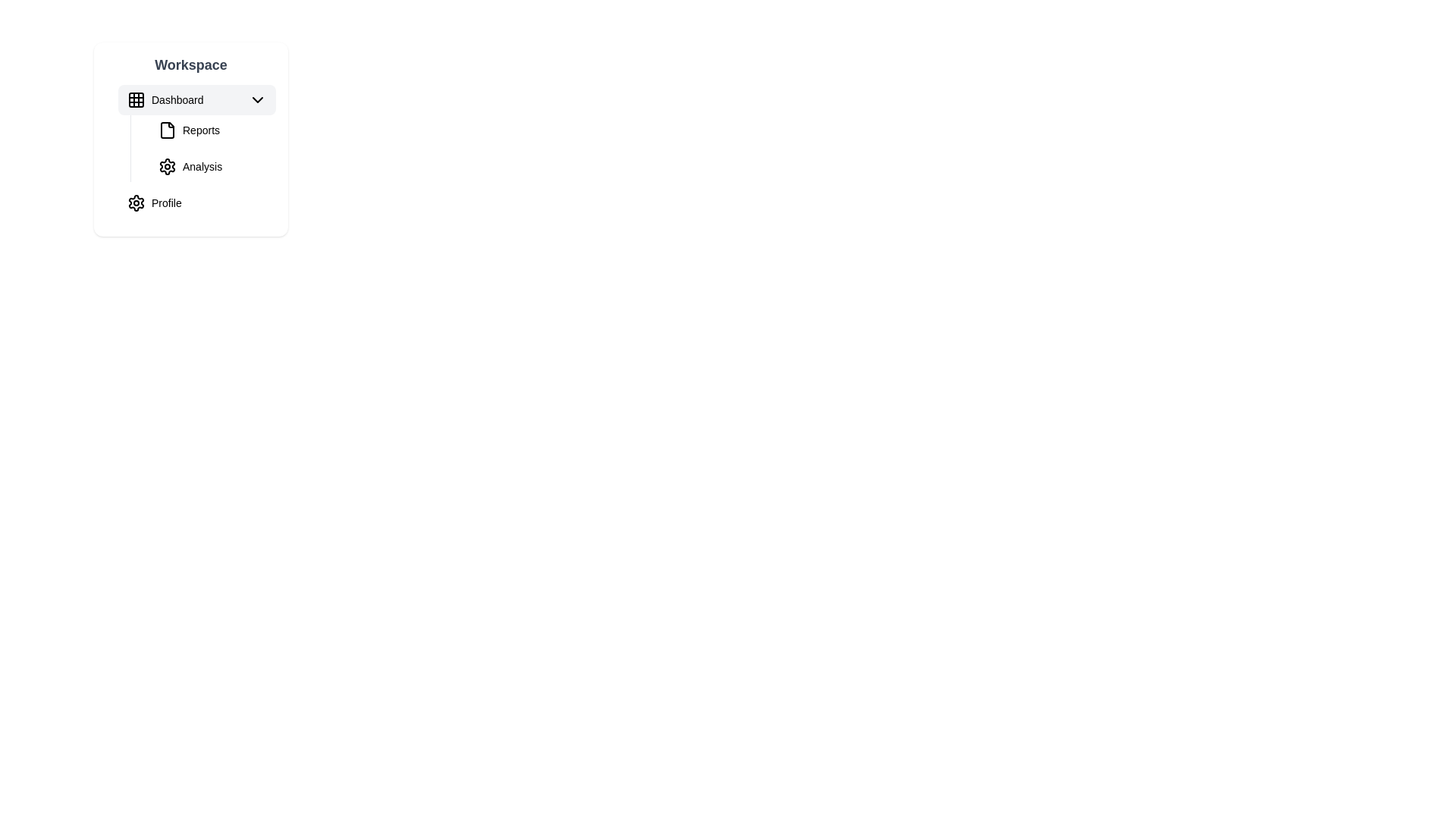  What do you see at coordinates (258, 99) in the screenshot?
I see `the downward-facing chevron icon located to the right of the 'Dashboard' text in the navigational list to trigger a tooltip or visual effect` at bounding box center [258, 99].